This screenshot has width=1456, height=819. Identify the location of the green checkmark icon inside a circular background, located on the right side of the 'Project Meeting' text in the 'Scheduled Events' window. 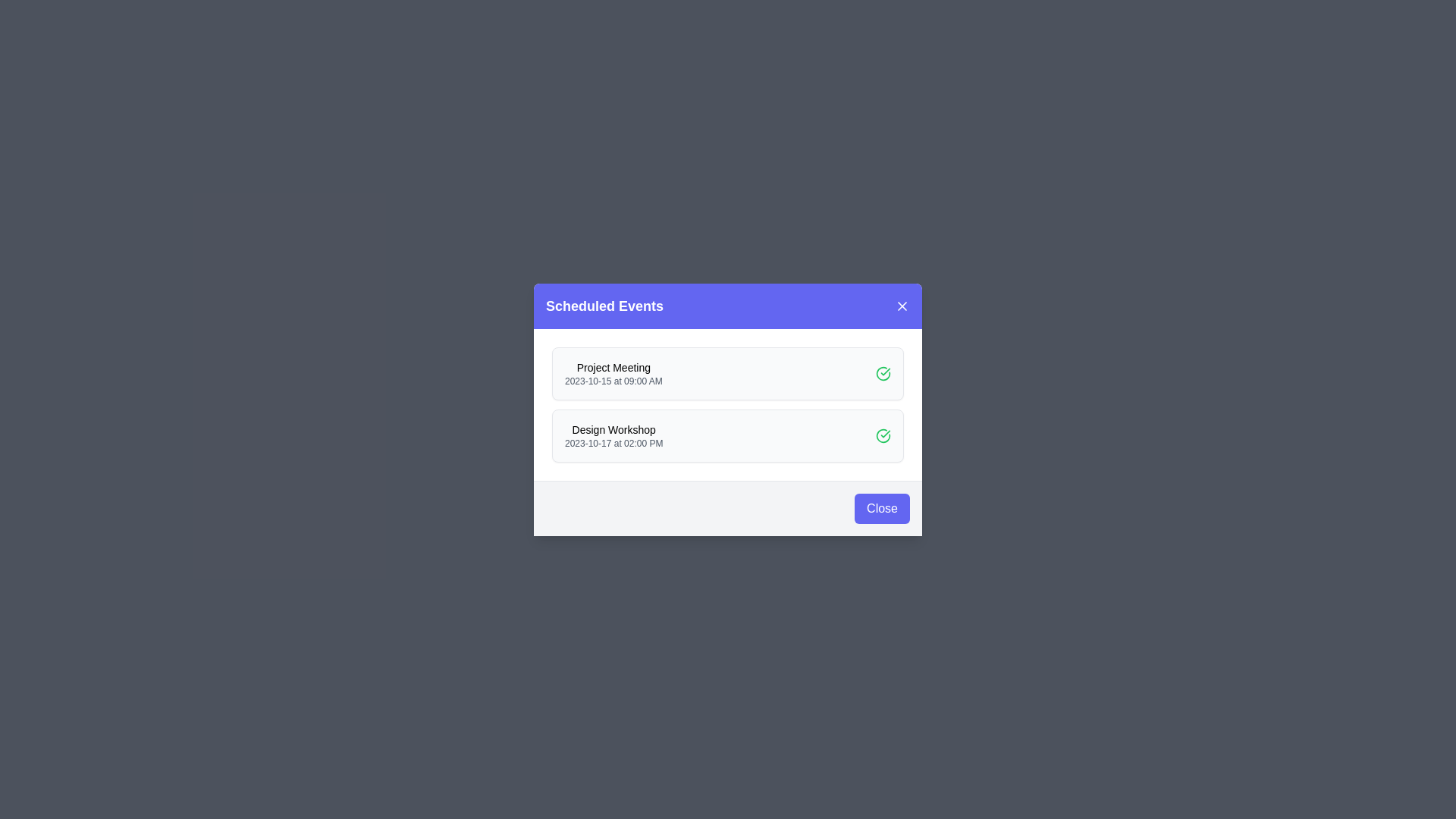
(883, 435).